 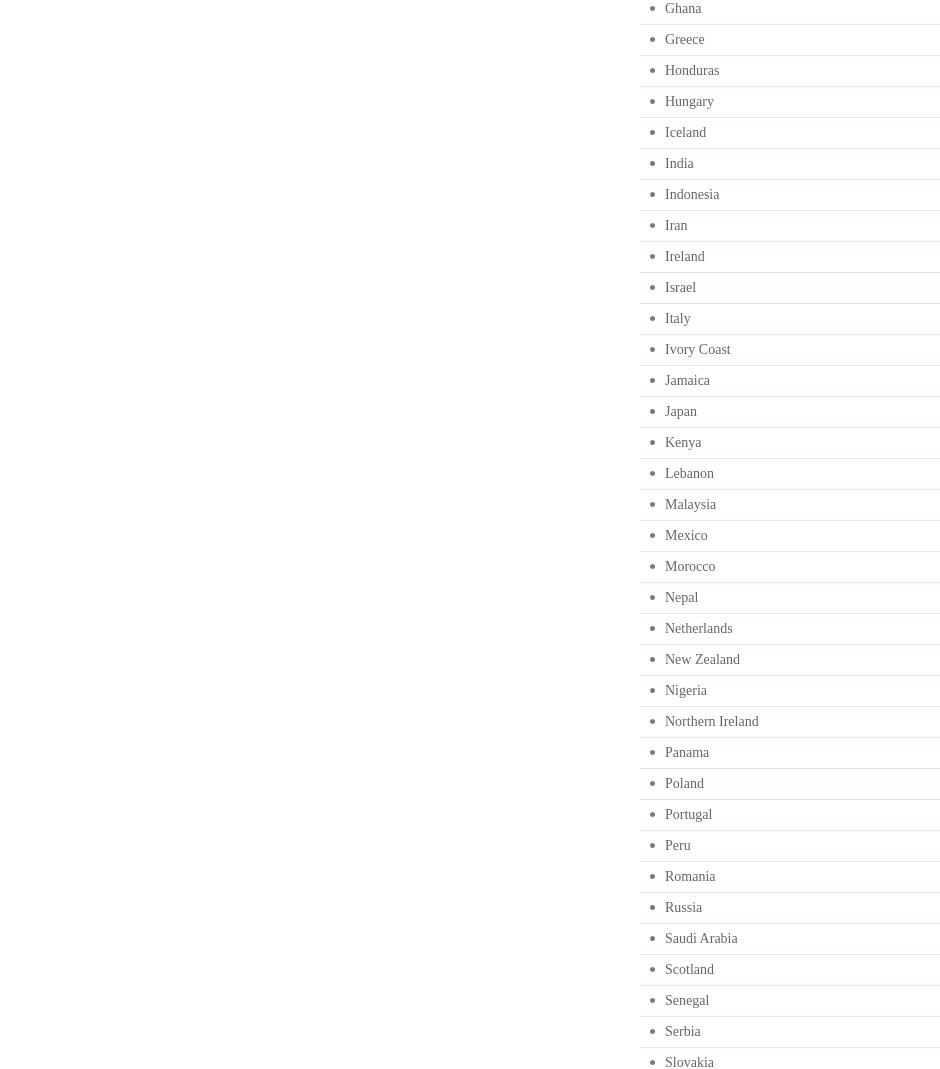 I want to click on 'New Zealand', so click(x=664, y=658).